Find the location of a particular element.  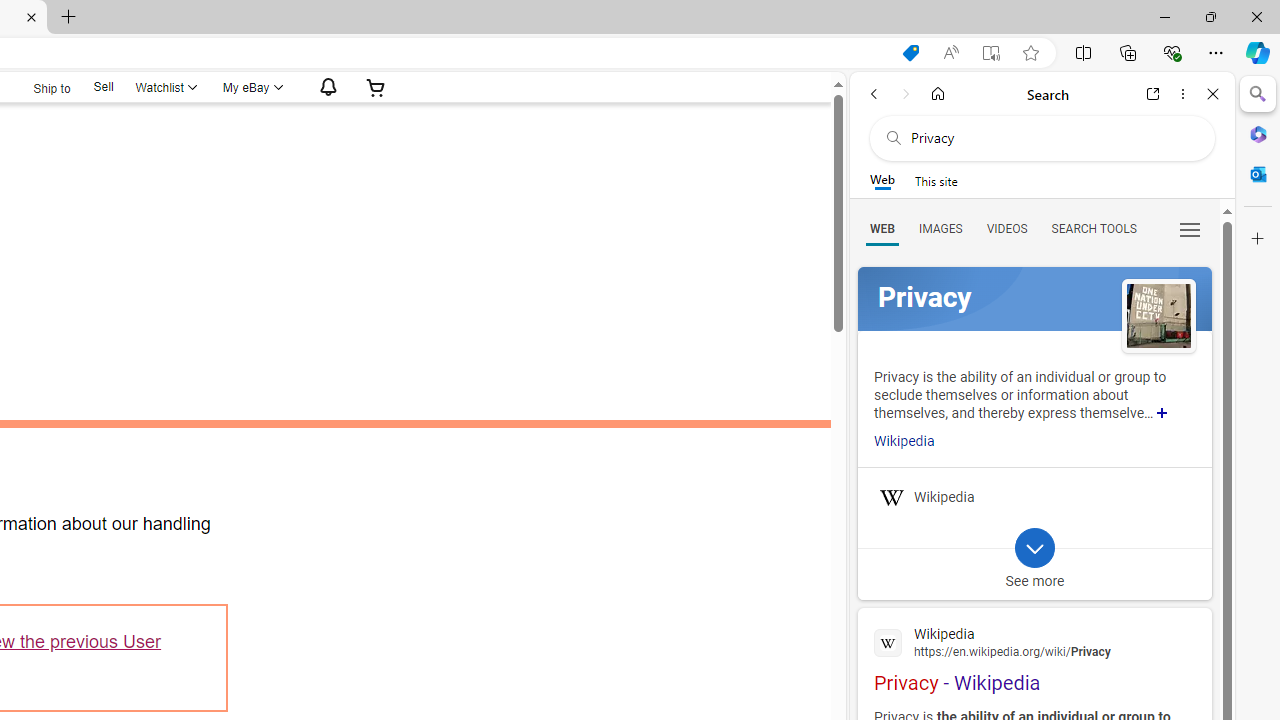

'Sell' is located at coordinates (102, 86).